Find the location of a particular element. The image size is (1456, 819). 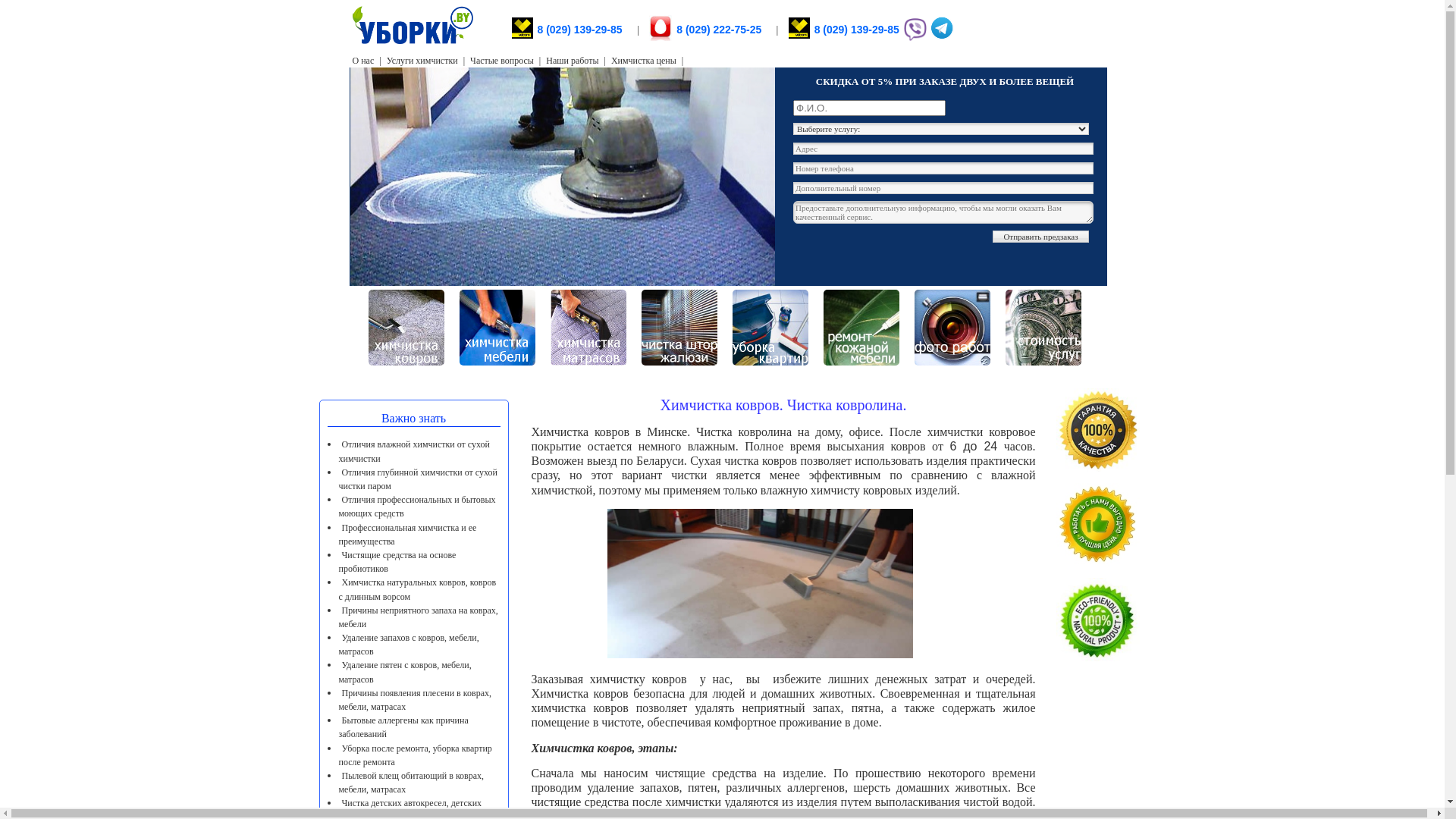

'8 (029) 139-29-85' is located at coordinates (580, 30).